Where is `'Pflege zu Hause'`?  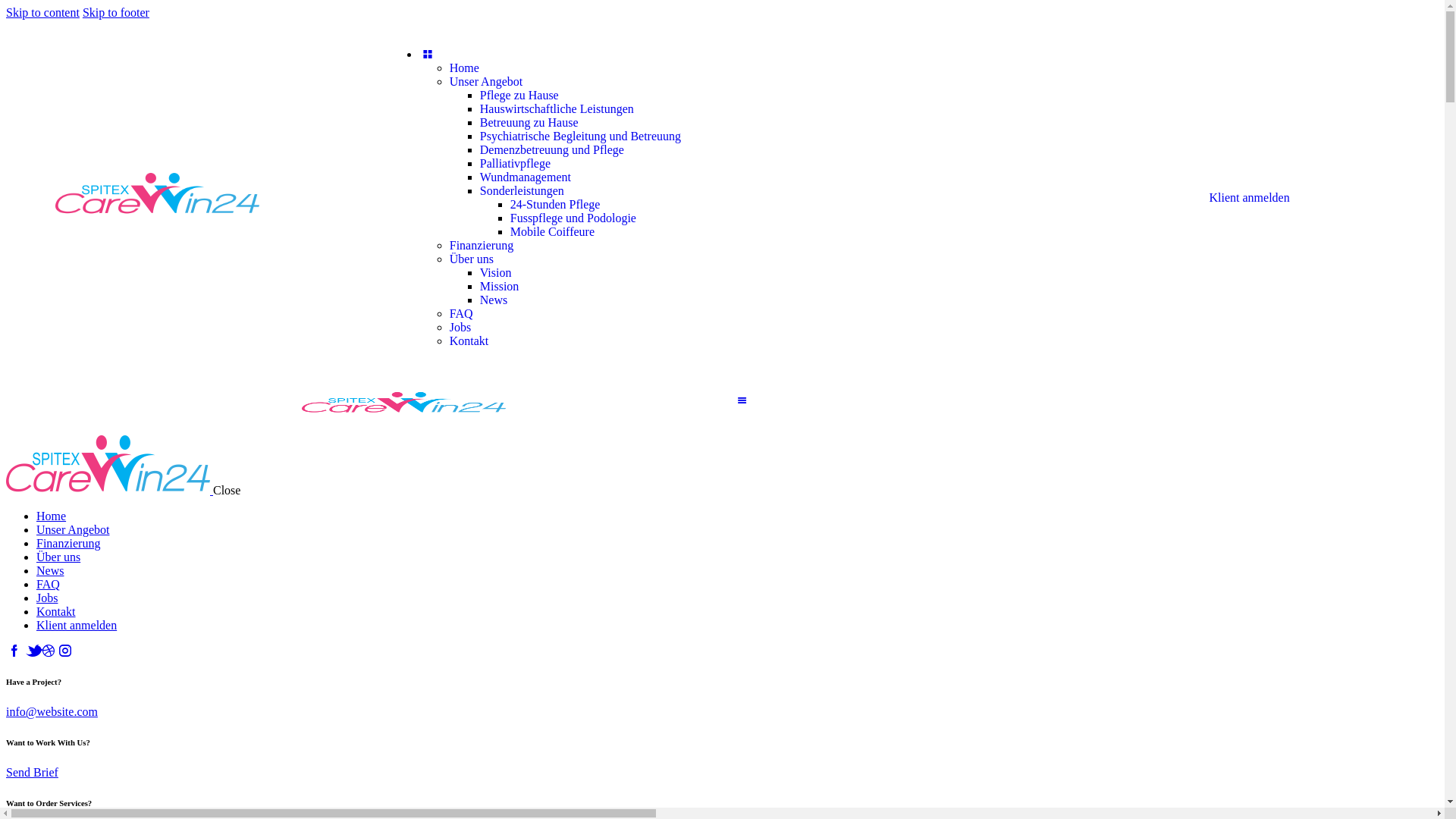
'Pflege zu Hause' is located at coordinates (519, 95).